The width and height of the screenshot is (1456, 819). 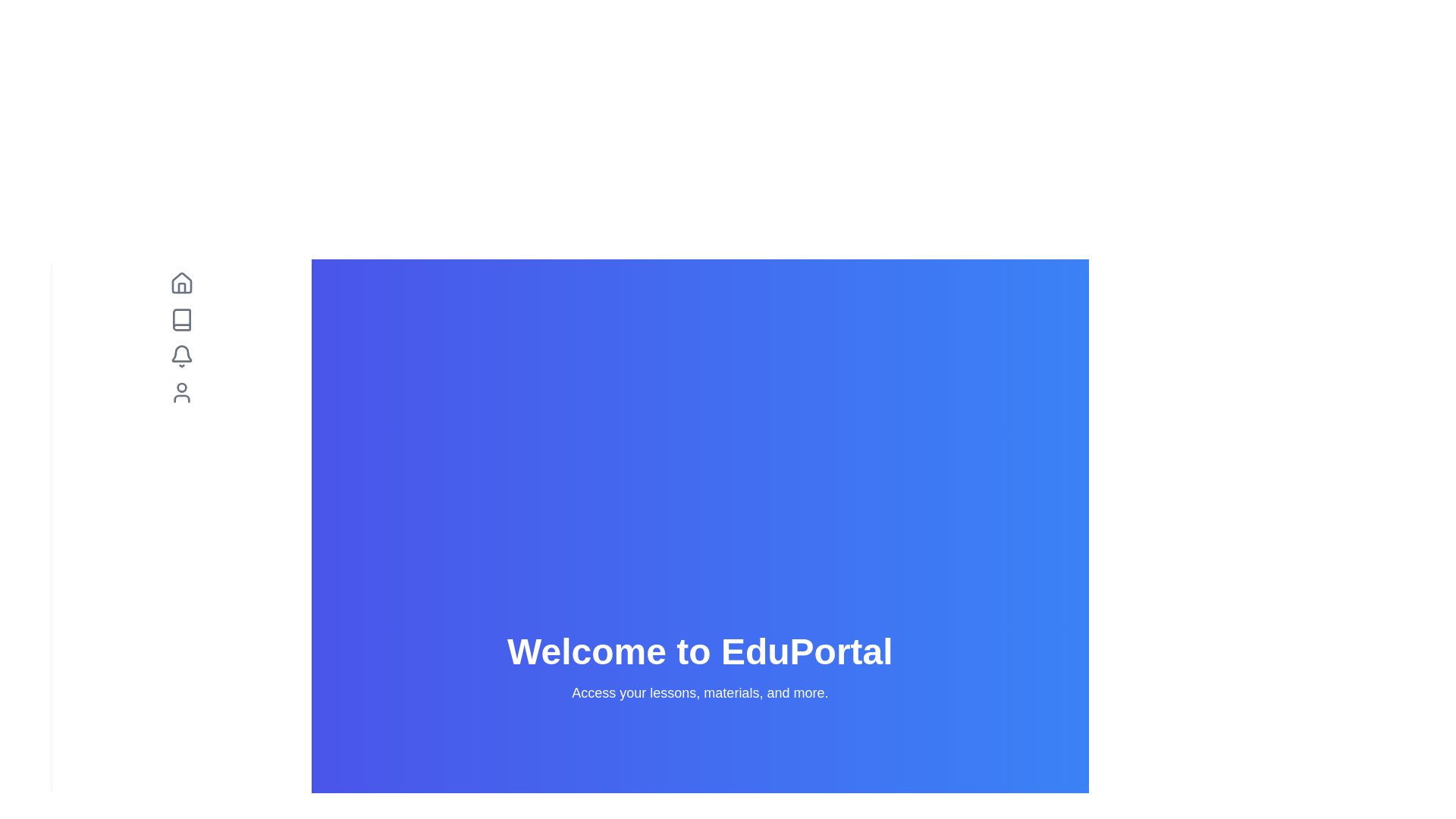 What do you see at coordinates (181, 318) in the screenshot?
I see `the book navigation icon` at bounding box center [181, 318].